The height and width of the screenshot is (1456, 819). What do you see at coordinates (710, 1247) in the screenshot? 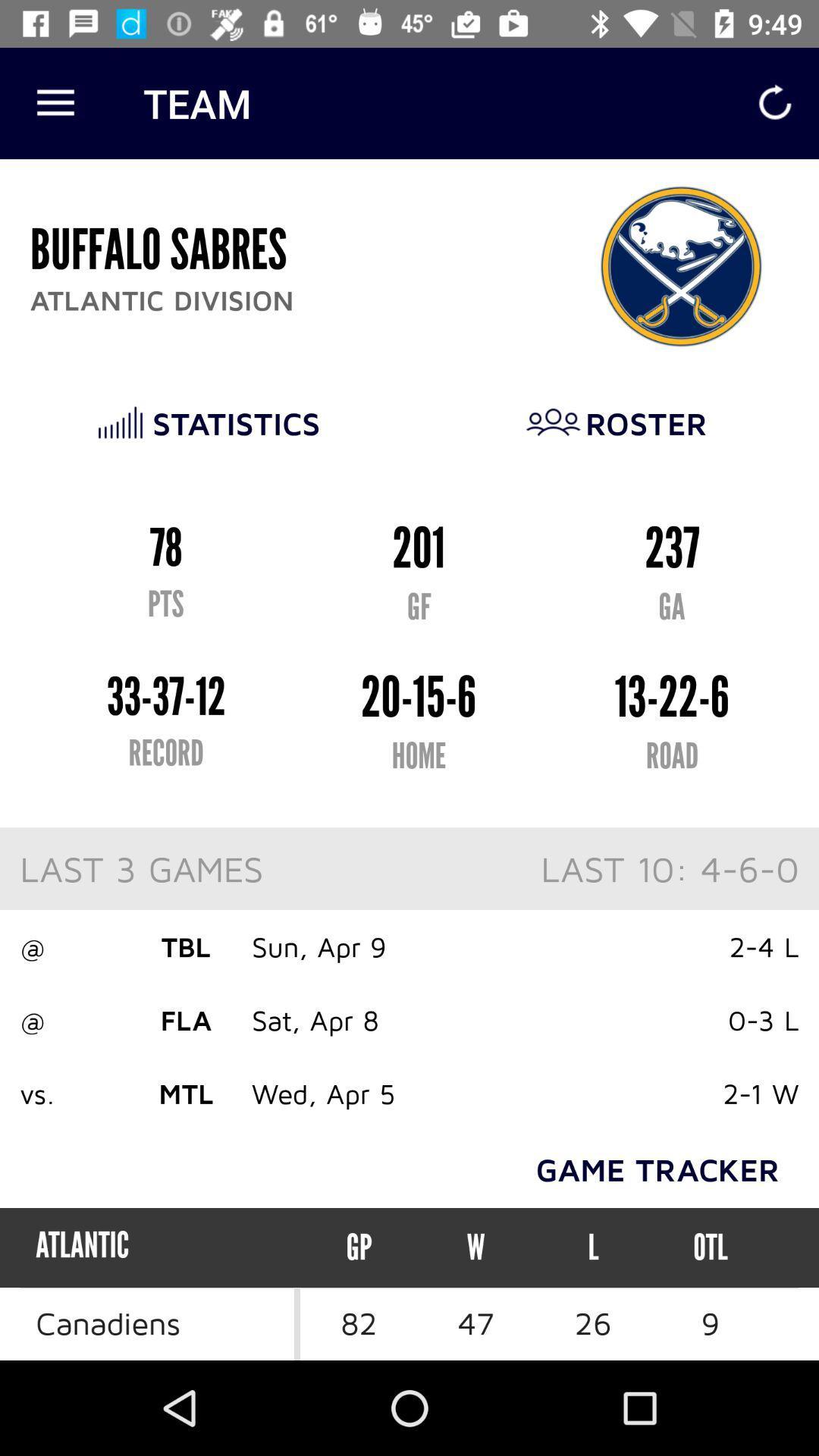
I see `icon next to the pts icon` at bounding box center [710, 1247].